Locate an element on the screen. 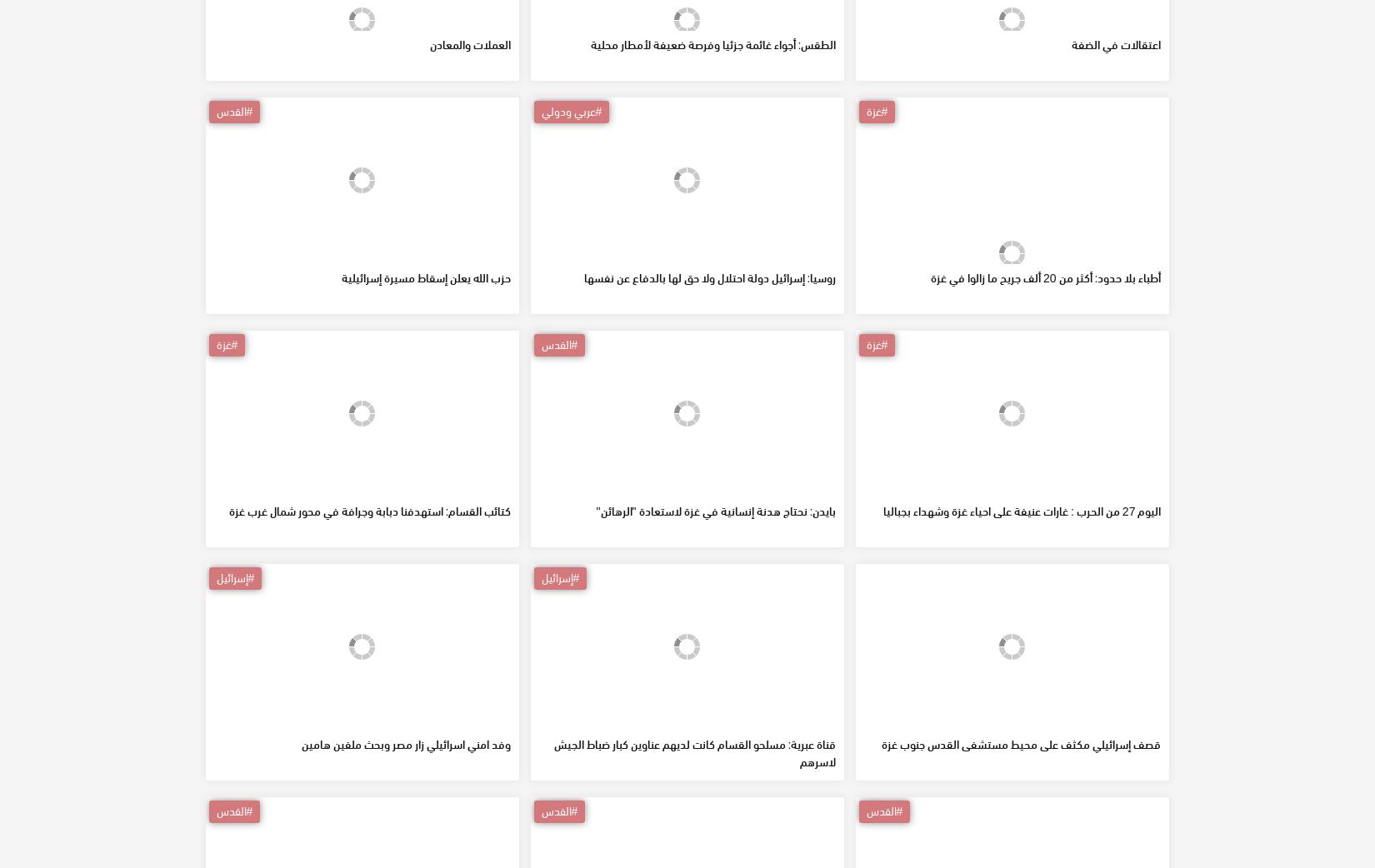 The width and height of the screenshot is (1375, 868). 'الطقس: أجواء غائمة جزئيا وفرصة ضعيفة لأمطار محلية' is located at coordinates (712, 163).